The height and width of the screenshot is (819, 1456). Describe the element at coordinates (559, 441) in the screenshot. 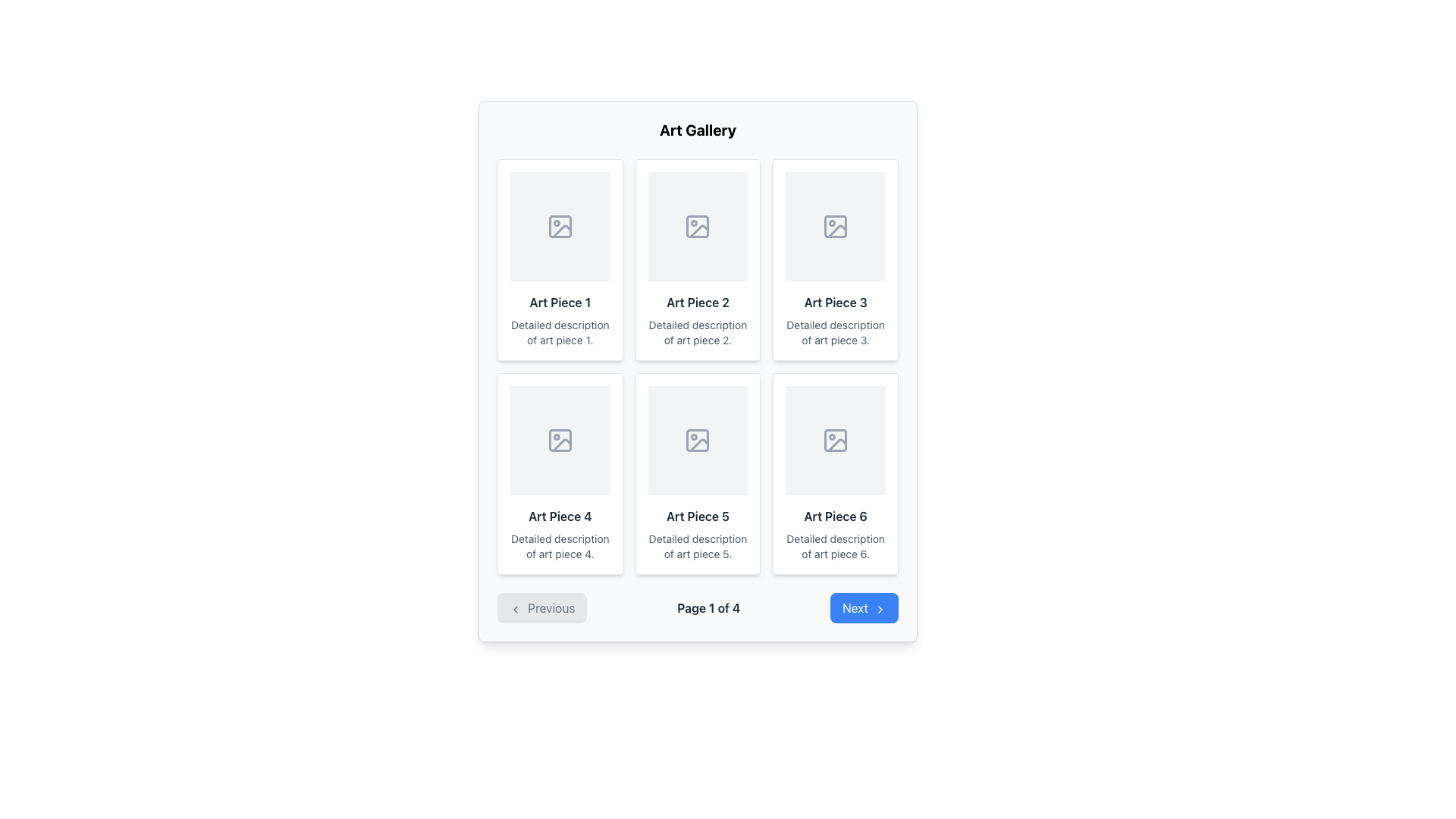

I see `the image placeholder element with a gray background and centered icon, located within the 'Art Piece 4' content card` at that location.